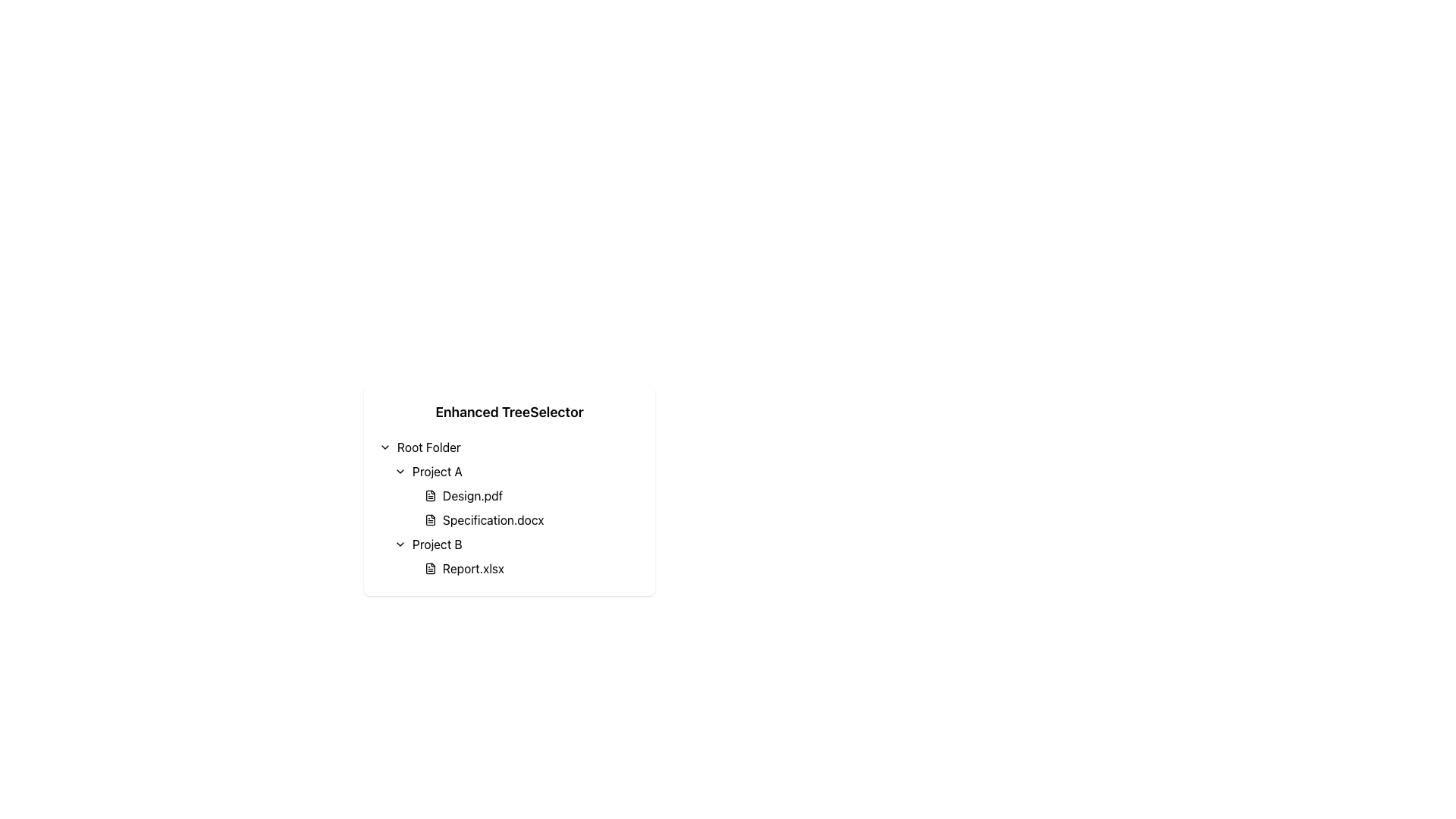 This screenshot has width=1456, height=819. What do you see at coordinates (472, 568) in the screenshot?
I see `the text label representing the file 'Report.xlsx' within the 'Project B' section of the 'Enhanced TreeSelector' interface` at bounding box center [472, 568].